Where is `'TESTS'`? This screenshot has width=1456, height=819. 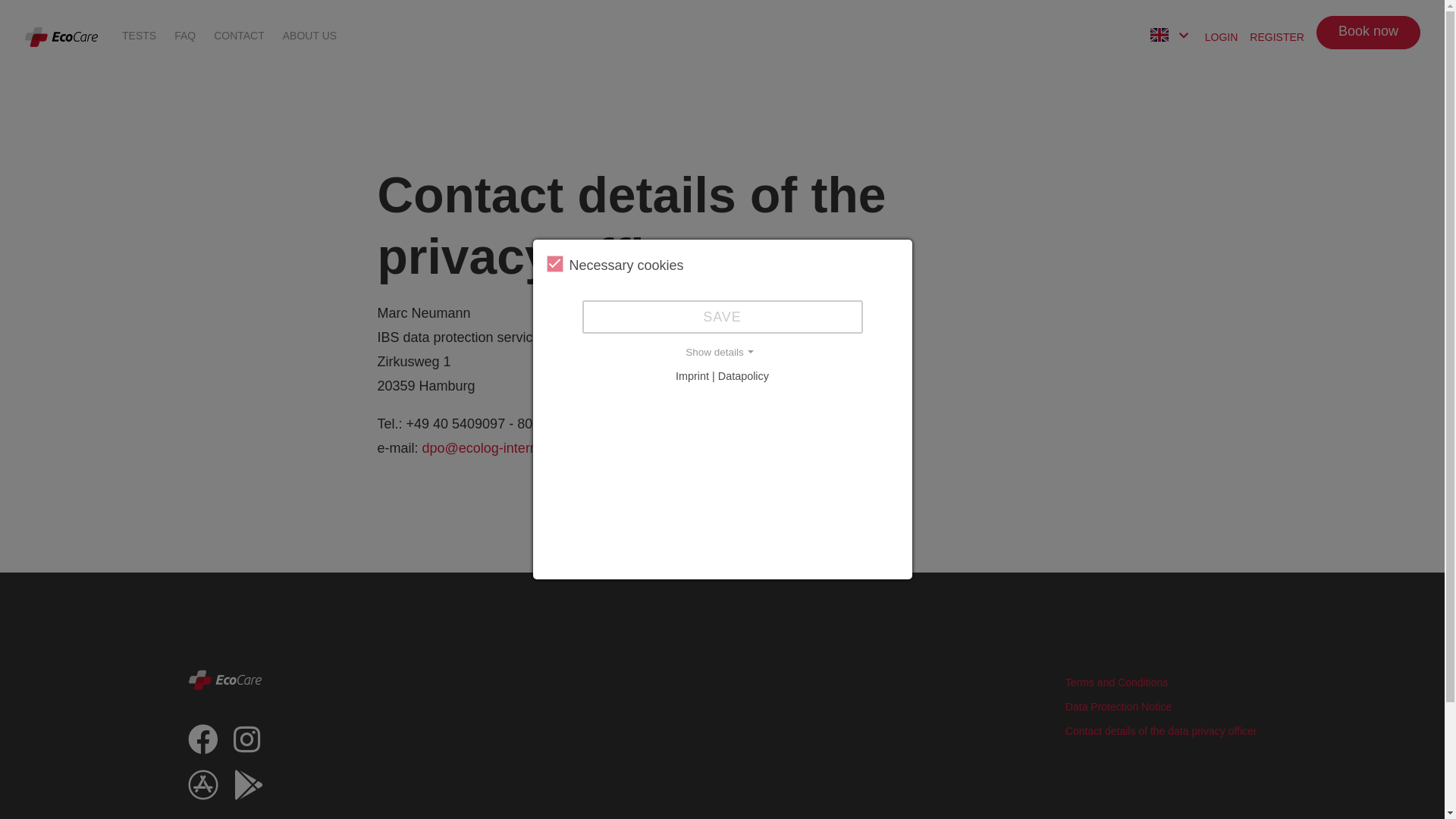 'TESTS' is located at coordinates (139, 34).